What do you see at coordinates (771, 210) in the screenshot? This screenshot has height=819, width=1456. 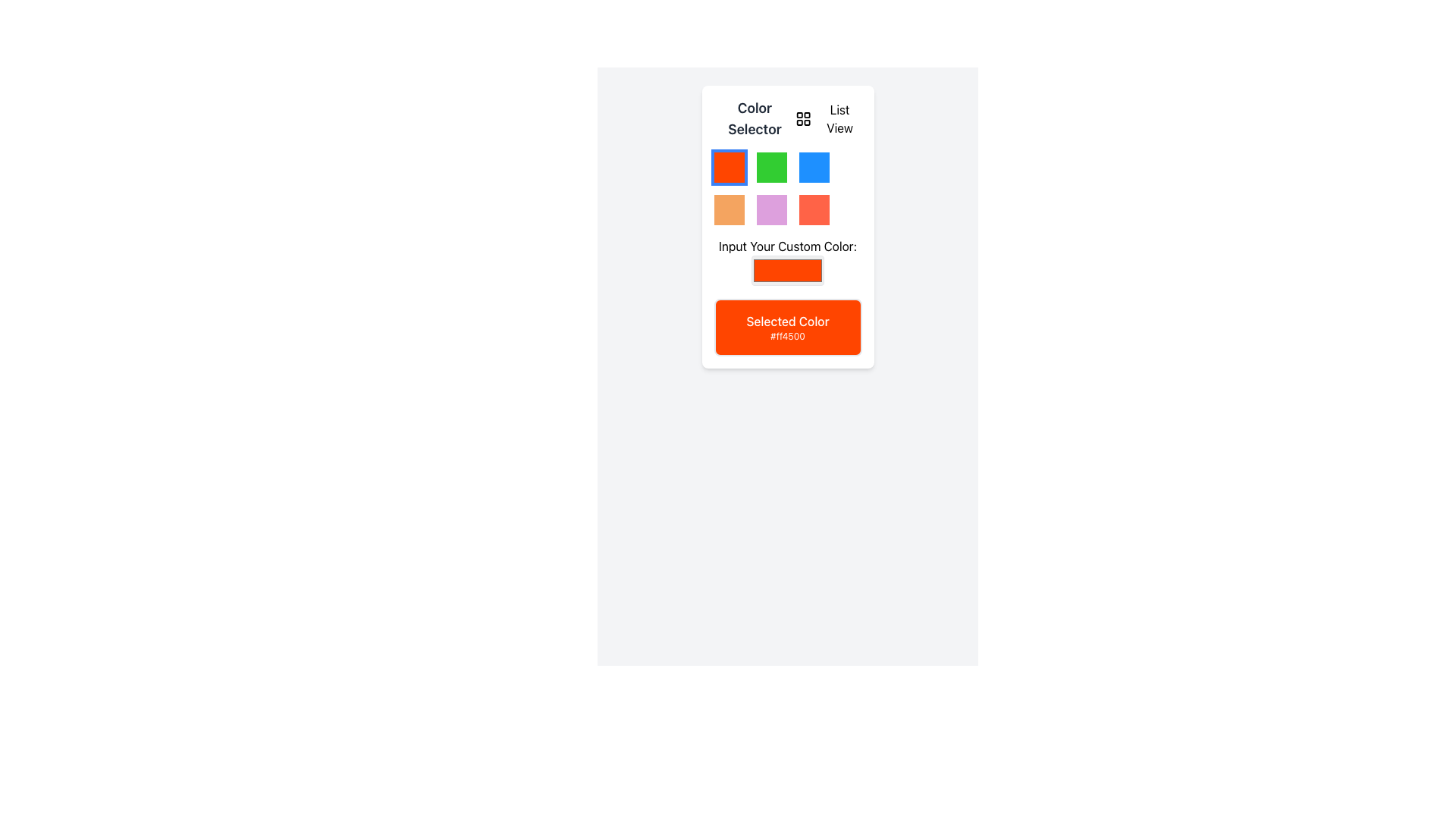 I see `the square Grid Item (Color) with a light purple background located in the second row and second column of the color options grid` at bounding box center [771, 210].